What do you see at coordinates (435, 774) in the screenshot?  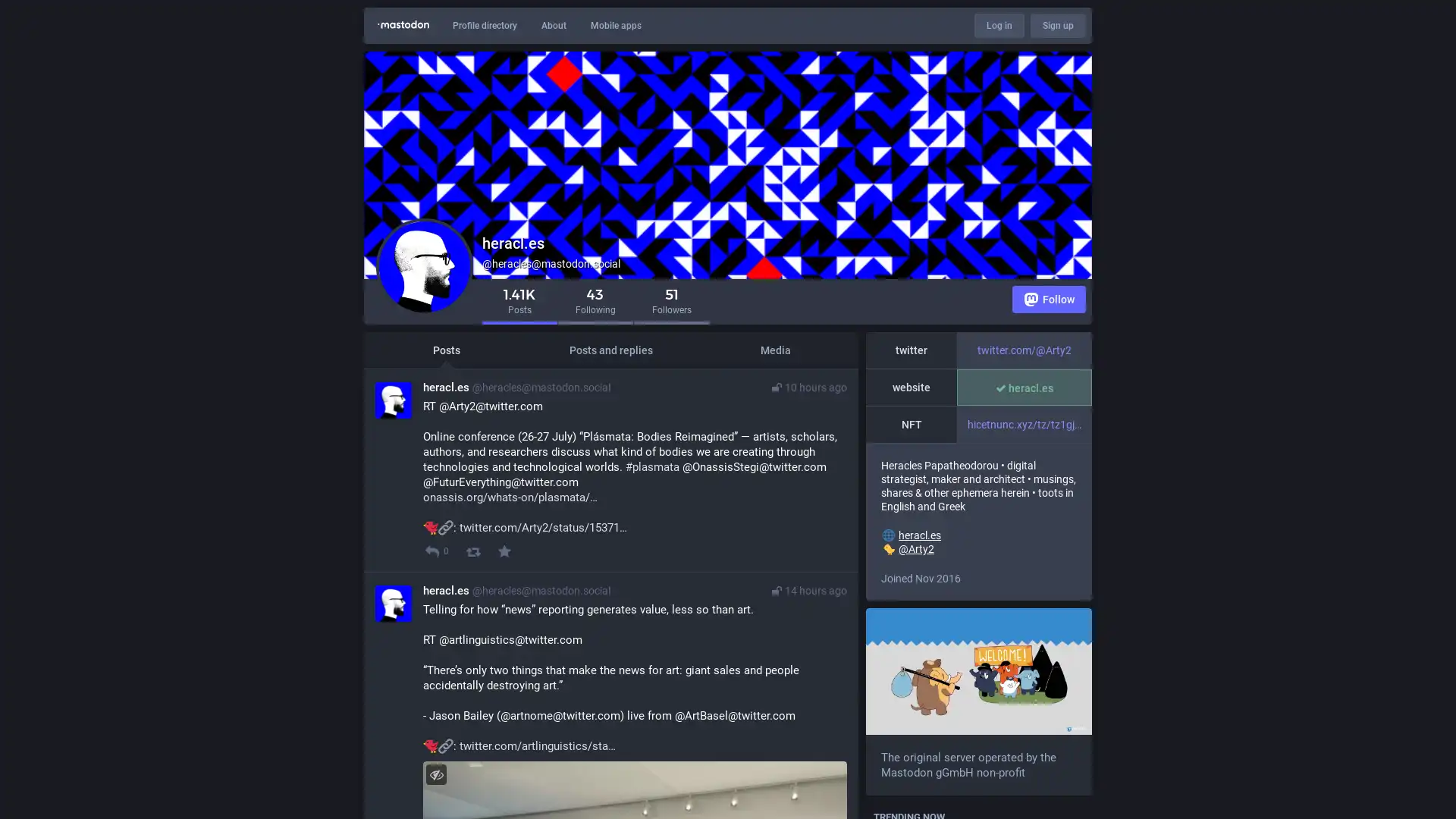 I see `Hide image` at bounding box center [435, 774].